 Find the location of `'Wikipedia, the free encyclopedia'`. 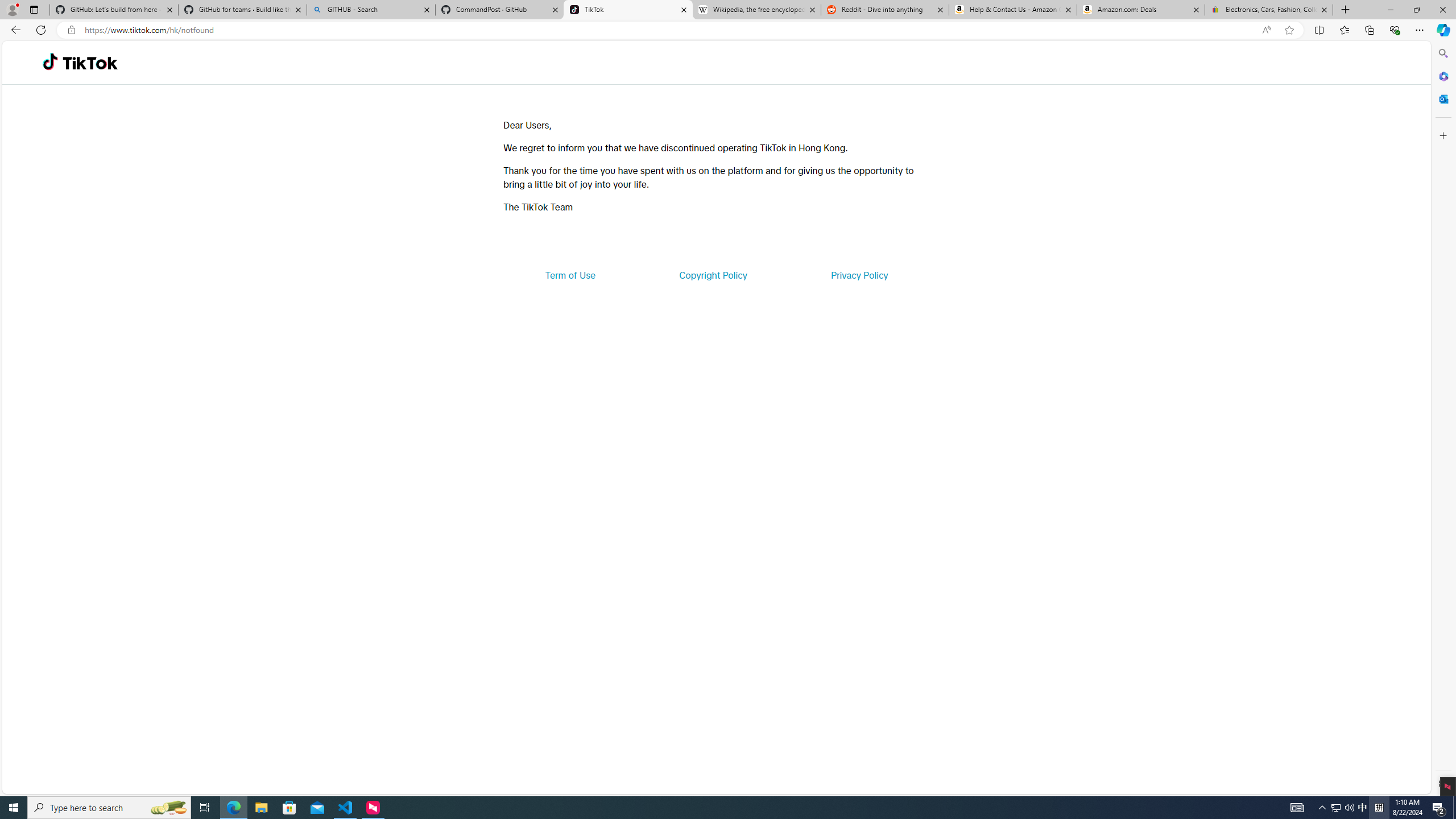

'Wikipedia, the free encyclopedia' is located at coordinates (755, 9).